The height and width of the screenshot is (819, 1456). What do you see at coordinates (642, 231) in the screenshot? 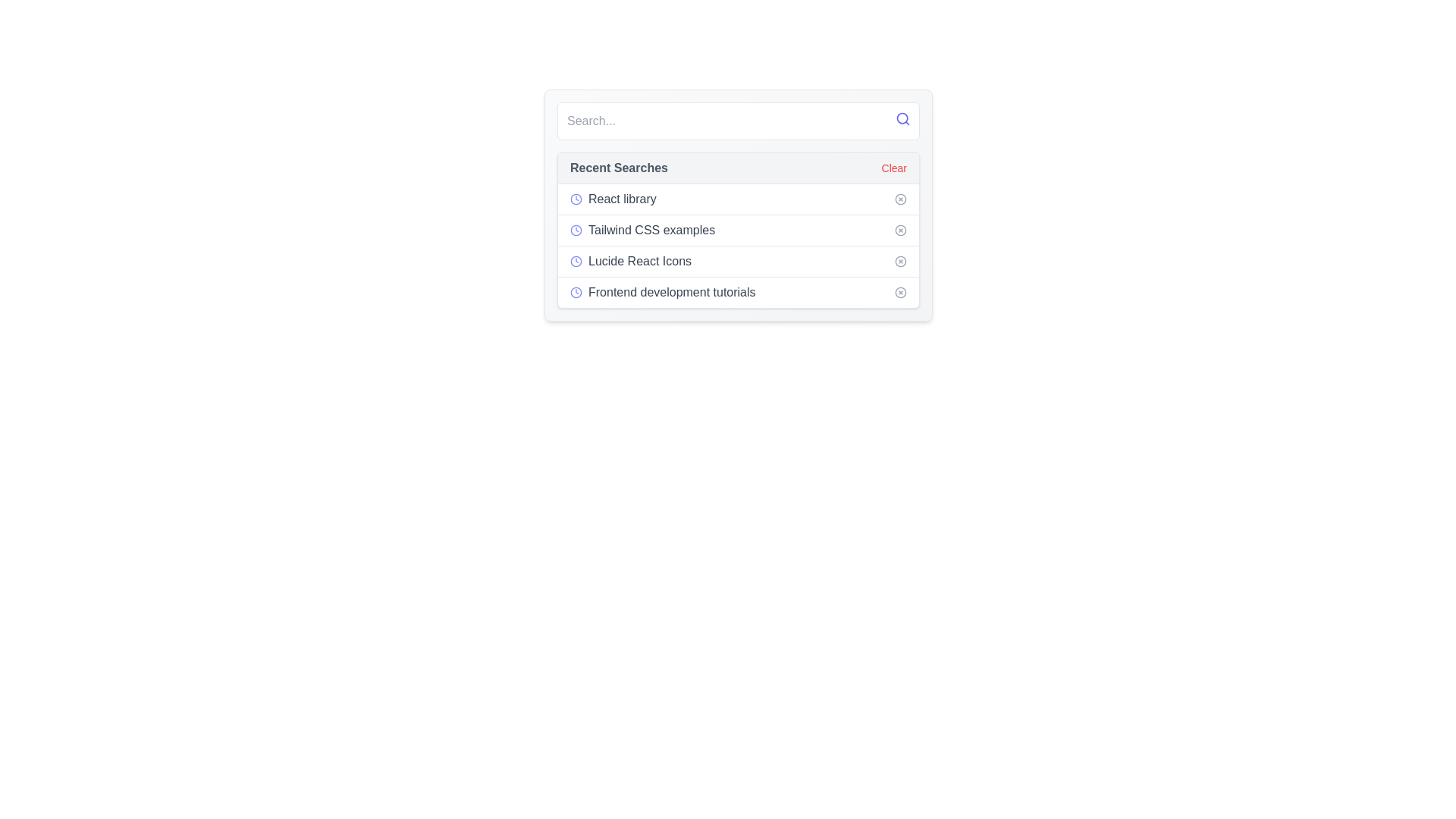
I see `the list item entry with the text 'Tailwind CSS examples' and a clock icon to interact` at bounding box center [642, 231].